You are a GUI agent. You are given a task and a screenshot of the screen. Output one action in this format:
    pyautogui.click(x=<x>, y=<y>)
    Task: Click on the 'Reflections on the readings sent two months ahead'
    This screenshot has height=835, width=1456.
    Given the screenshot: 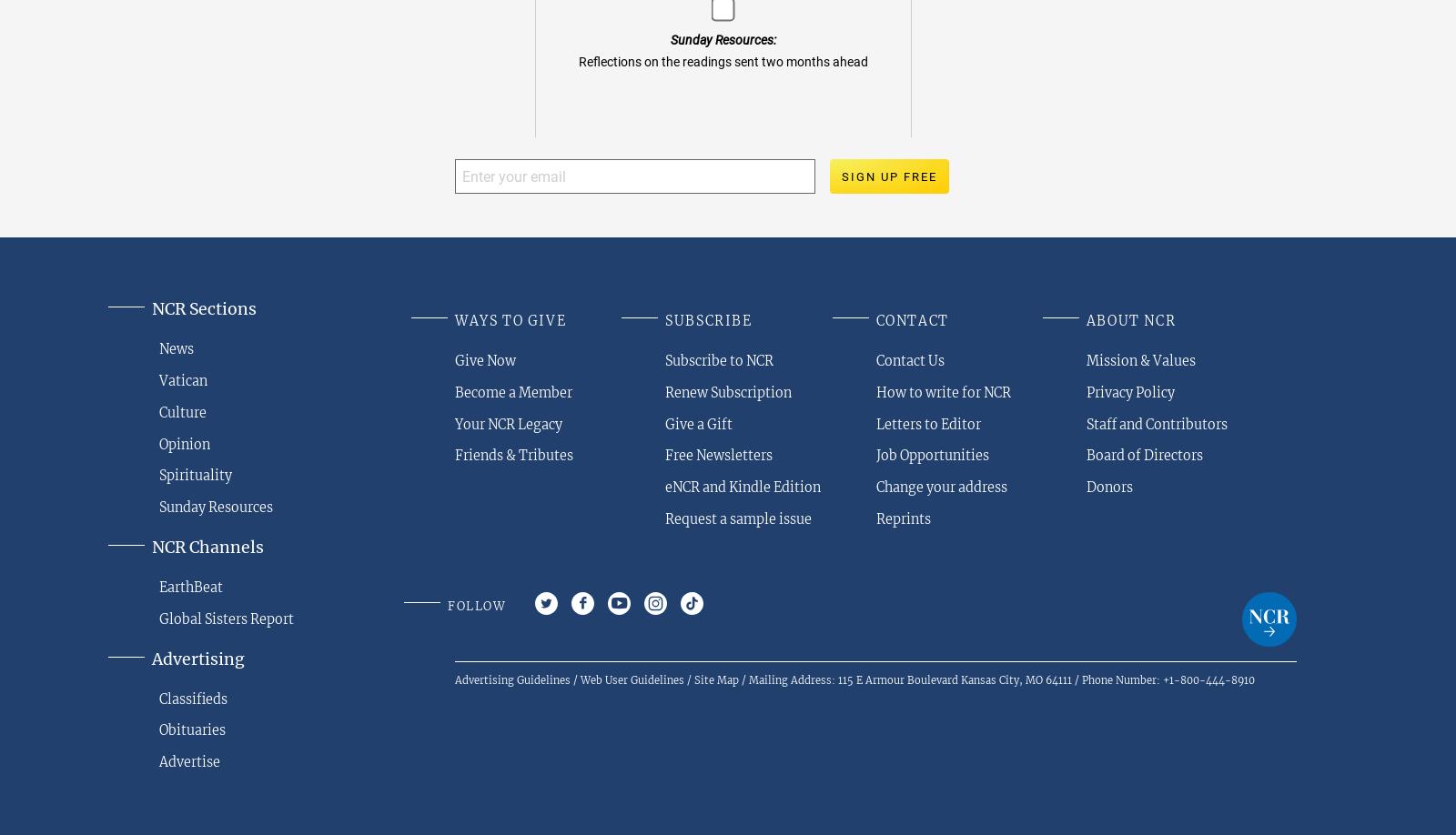 What is the action you would take?
    pyautogui.click(x=722, y=61)
    